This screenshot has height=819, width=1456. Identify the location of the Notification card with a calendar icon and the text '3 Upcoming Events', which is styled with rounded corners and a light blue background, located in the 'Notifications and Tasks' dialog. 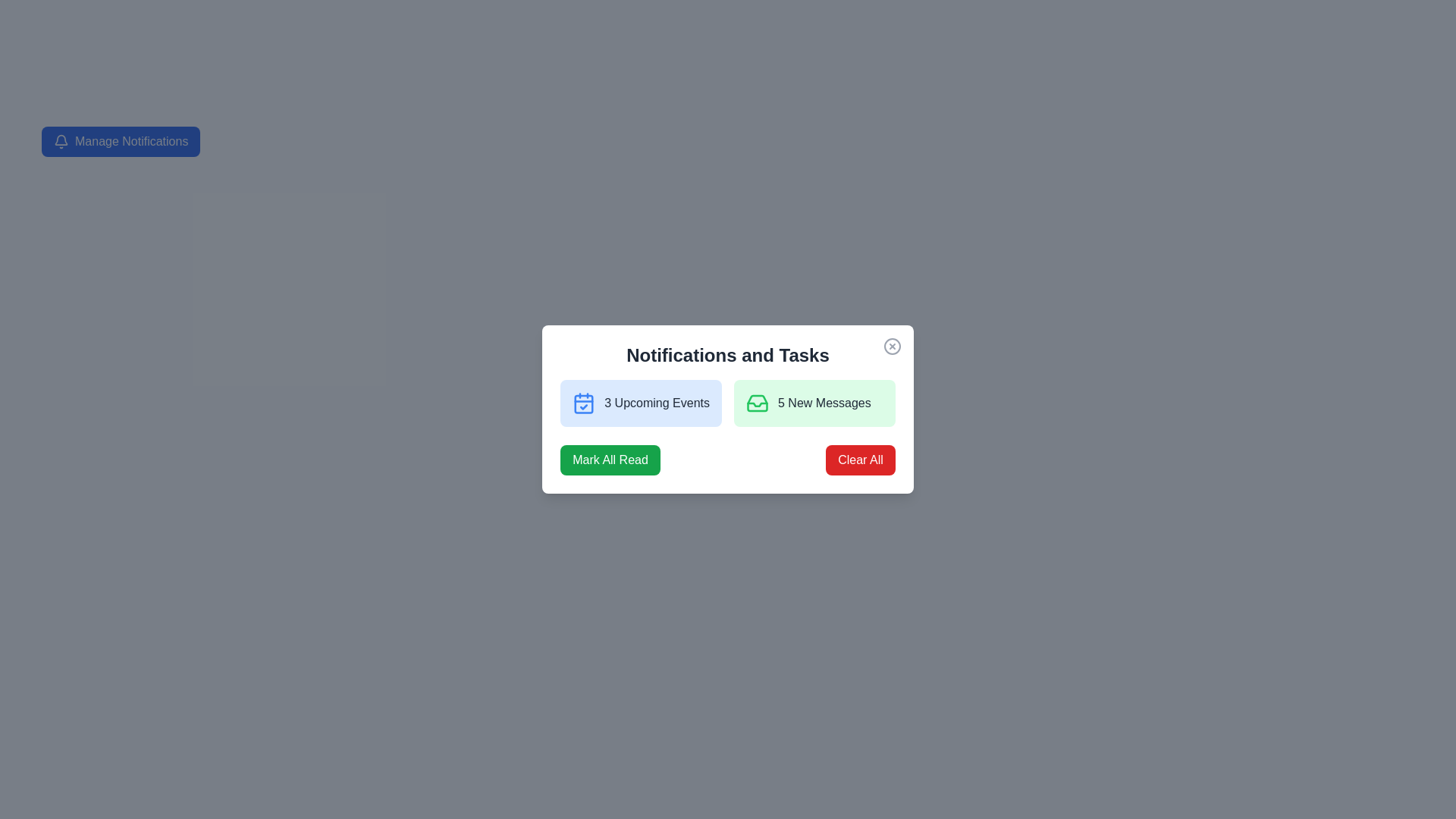
(641, 403).